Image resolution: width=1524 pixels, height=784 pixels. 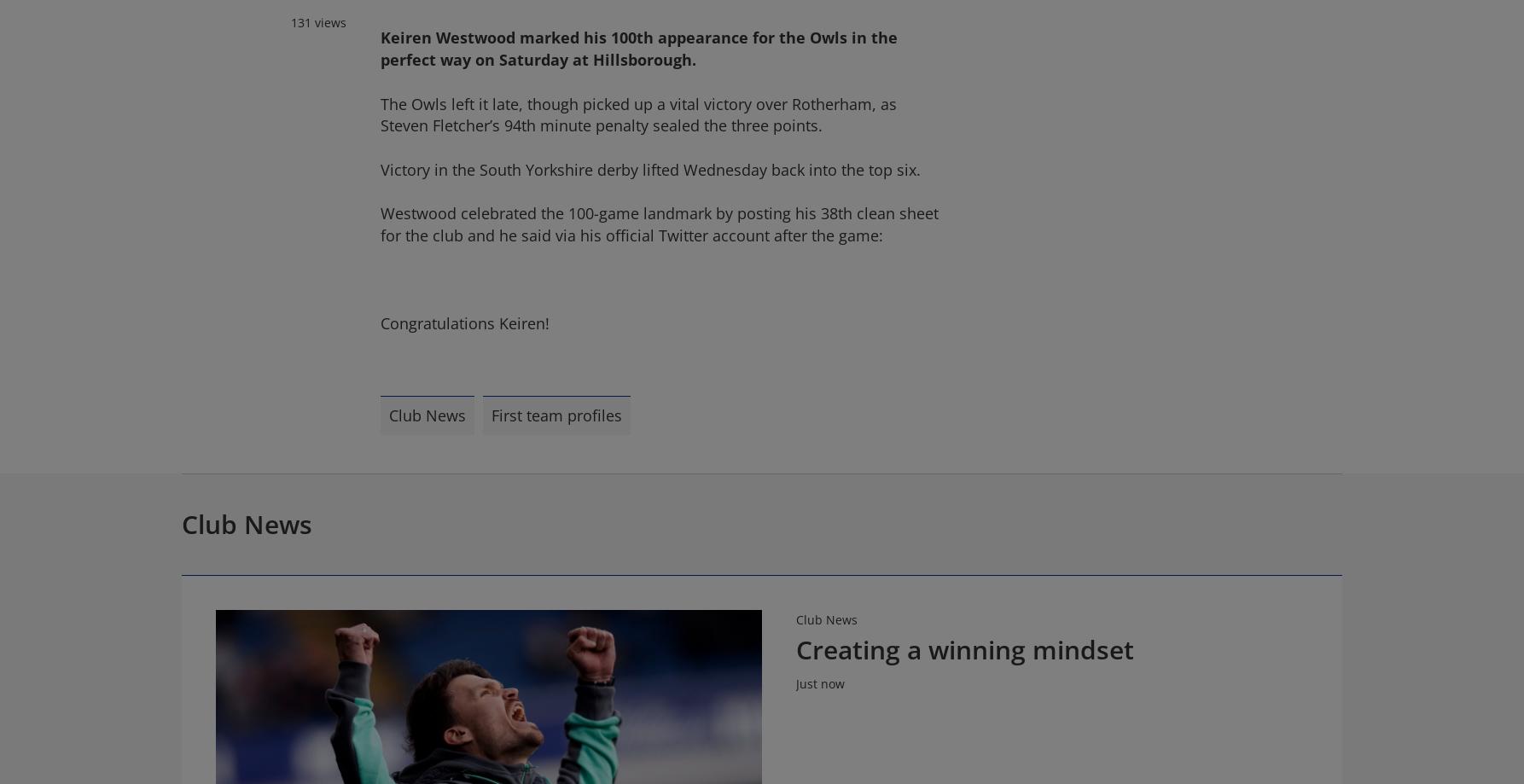 What do you see at coordinates (658, 224) in the screenshot?
I see `'Westwood celebrated the 100-game landmark by posting his 38th clean sheet for the club and he said via his official Twitter account after the game:'` at bounding box center [658, 224].